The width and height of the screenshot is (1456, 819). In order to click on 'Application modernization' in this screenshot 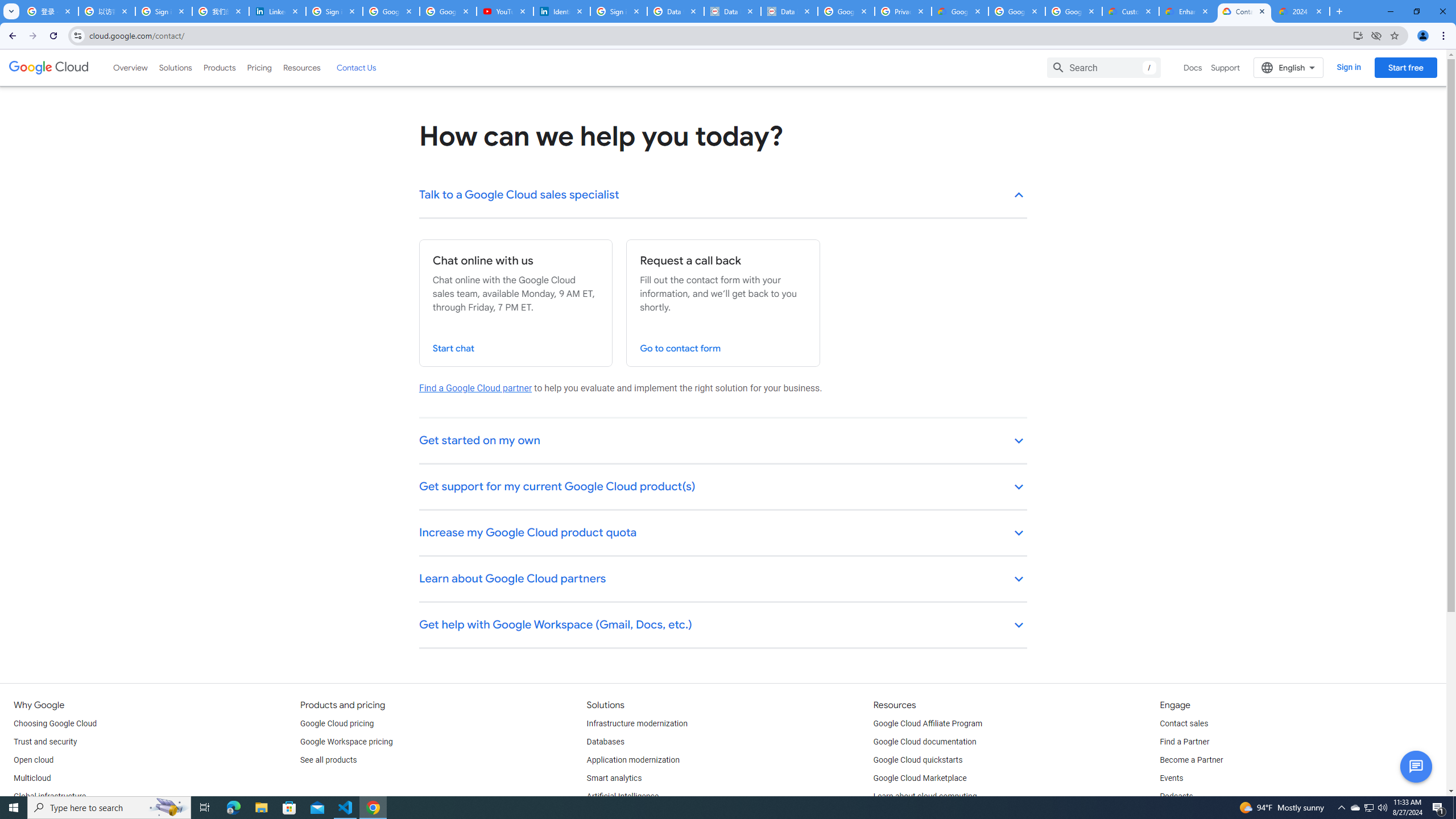, I will do `click(632, 760)`.